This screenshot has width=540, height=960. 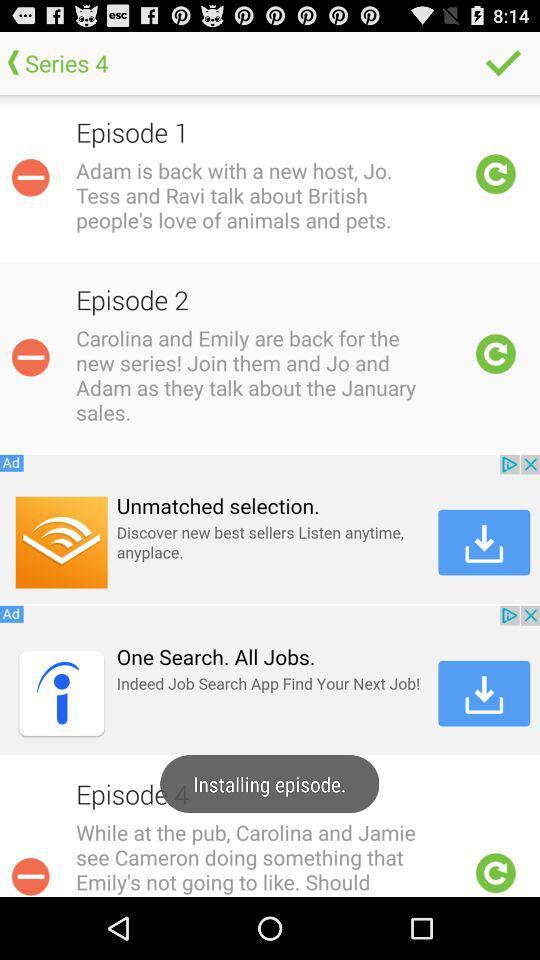 What do you see at coordinates (495, 872) in the screenshot?
I see `reloading the option` at bounding box center [495, 872].